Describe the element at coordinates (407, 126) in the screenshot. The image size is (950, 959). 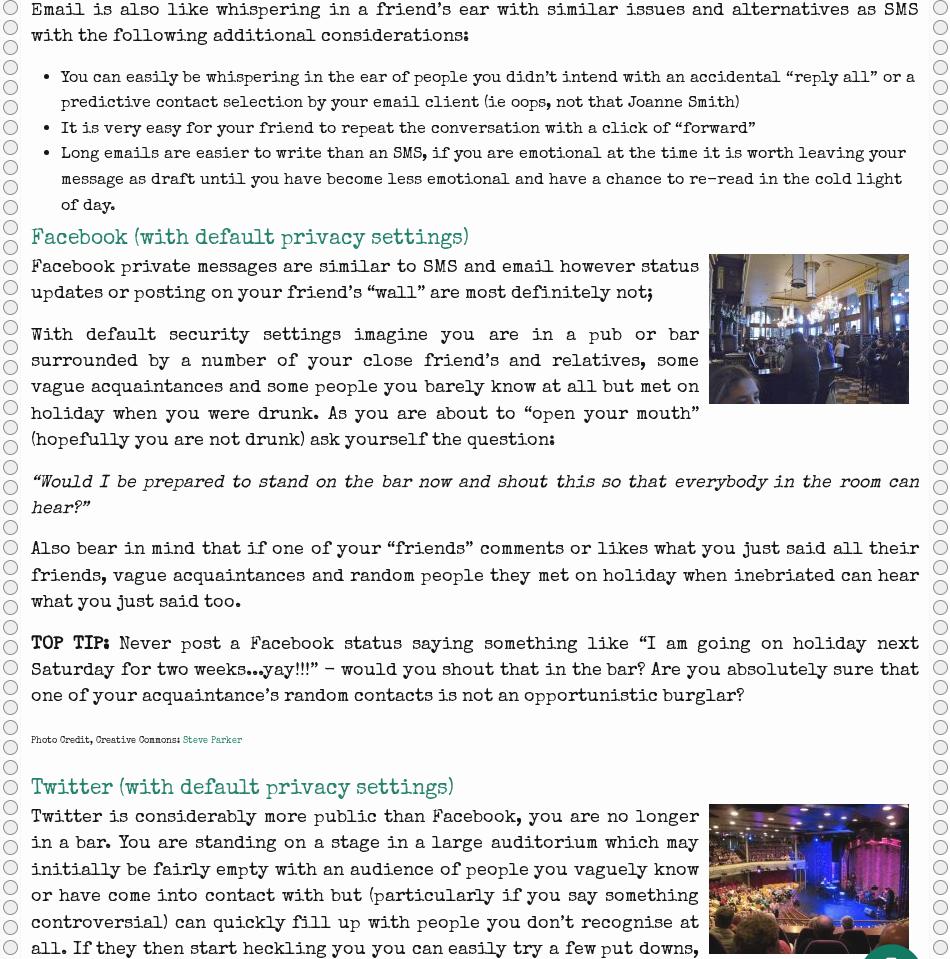
I see `'It is very easy for your friend to repeat the conversation with a click of “forward”'` at that location.